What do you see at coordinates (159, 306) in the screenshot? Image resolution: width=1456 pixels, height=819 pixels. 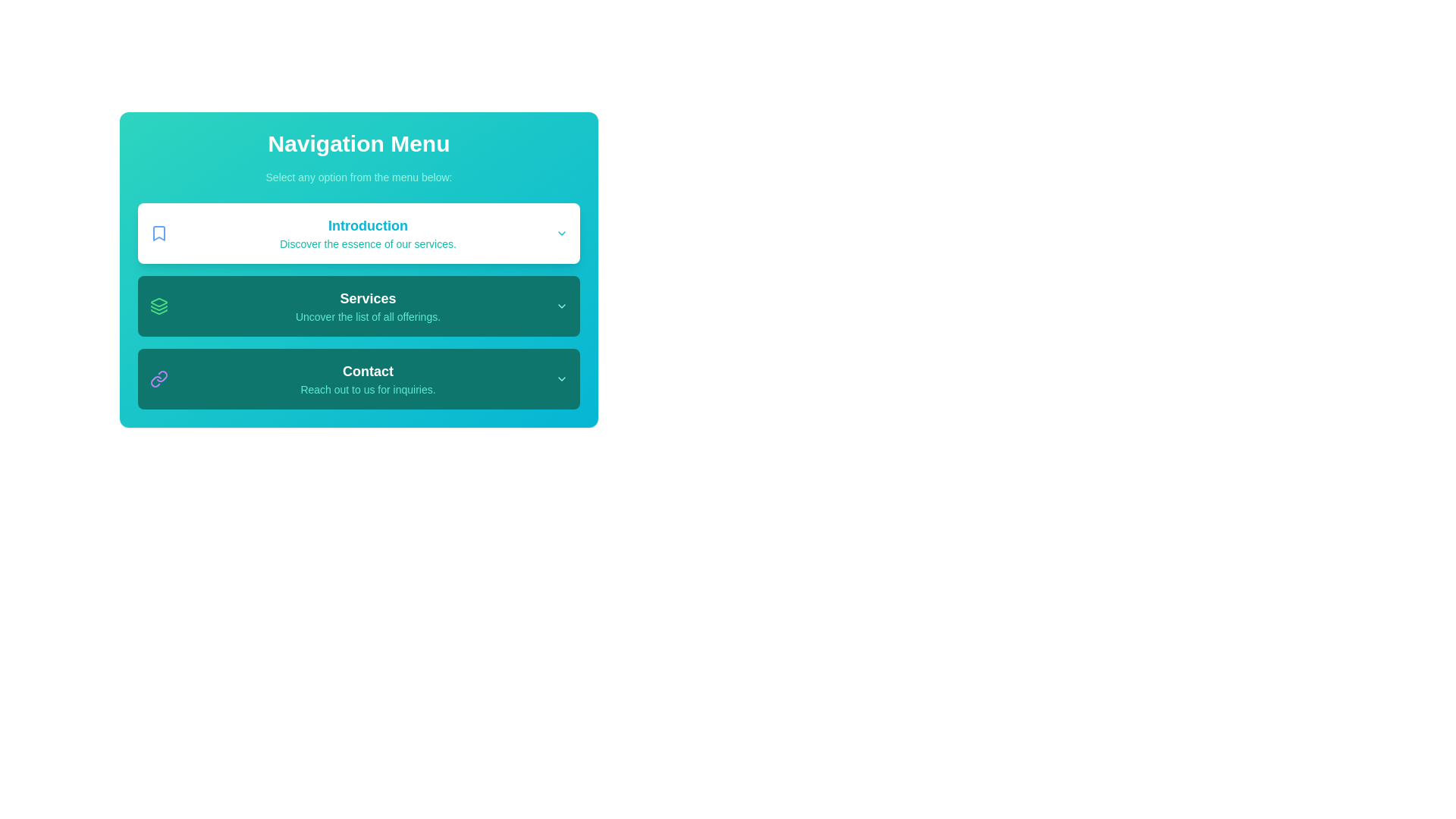 I see `the 'Services' icon located within the navigation menu, which visually represents the 'Services' section` at bounding box center [159, 306].